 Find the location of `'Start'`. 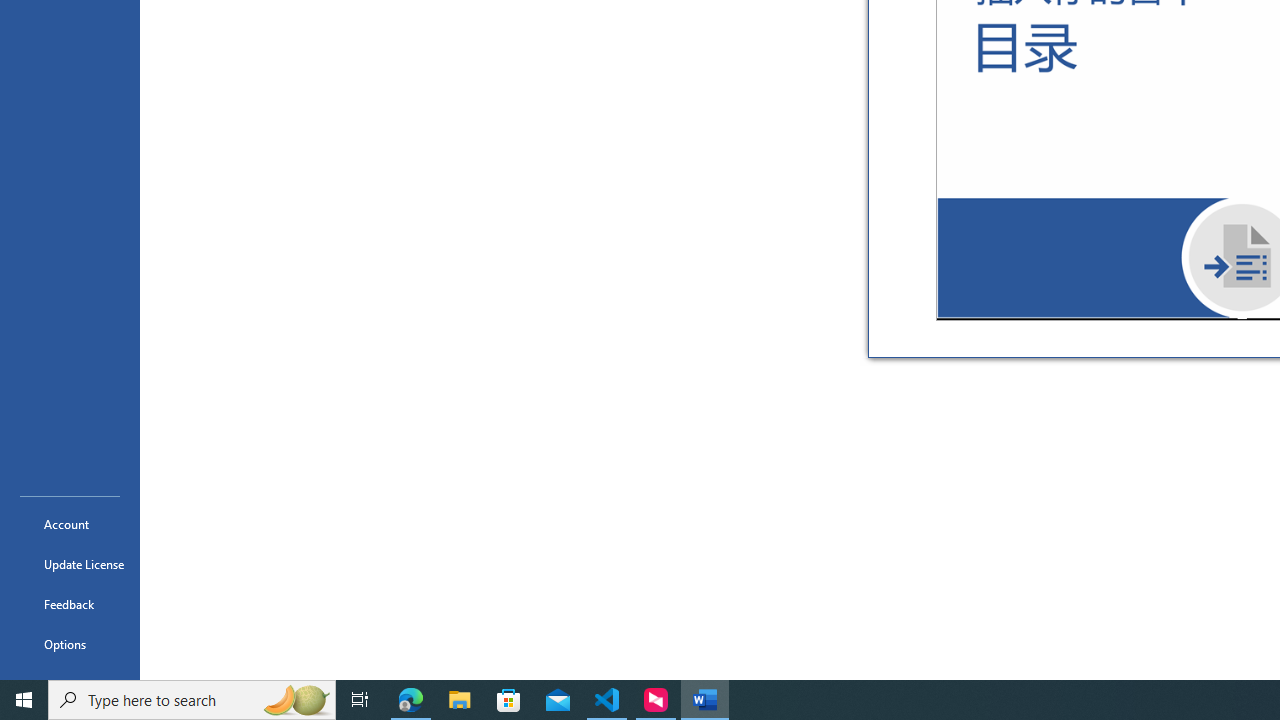

'Start' is located at coordinates (24, 698).